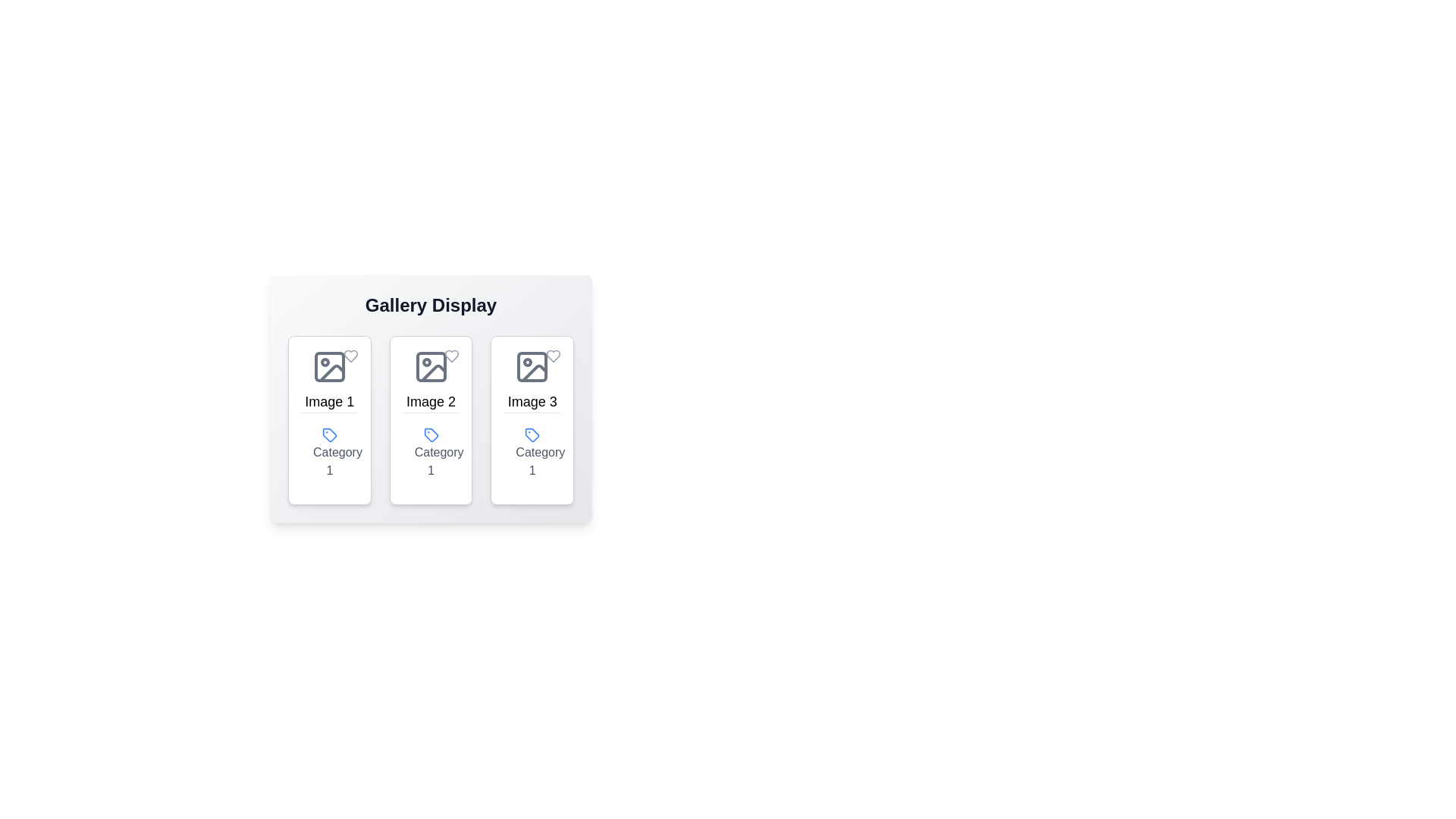 The image size is (1456, 819). What do you see at coordinates (328, 435) in the screenshot?
I see `the tag-shaped icon with a blue outline in the middle card of the horizontally aligned row of three cards` at bounding box center [328, 435].